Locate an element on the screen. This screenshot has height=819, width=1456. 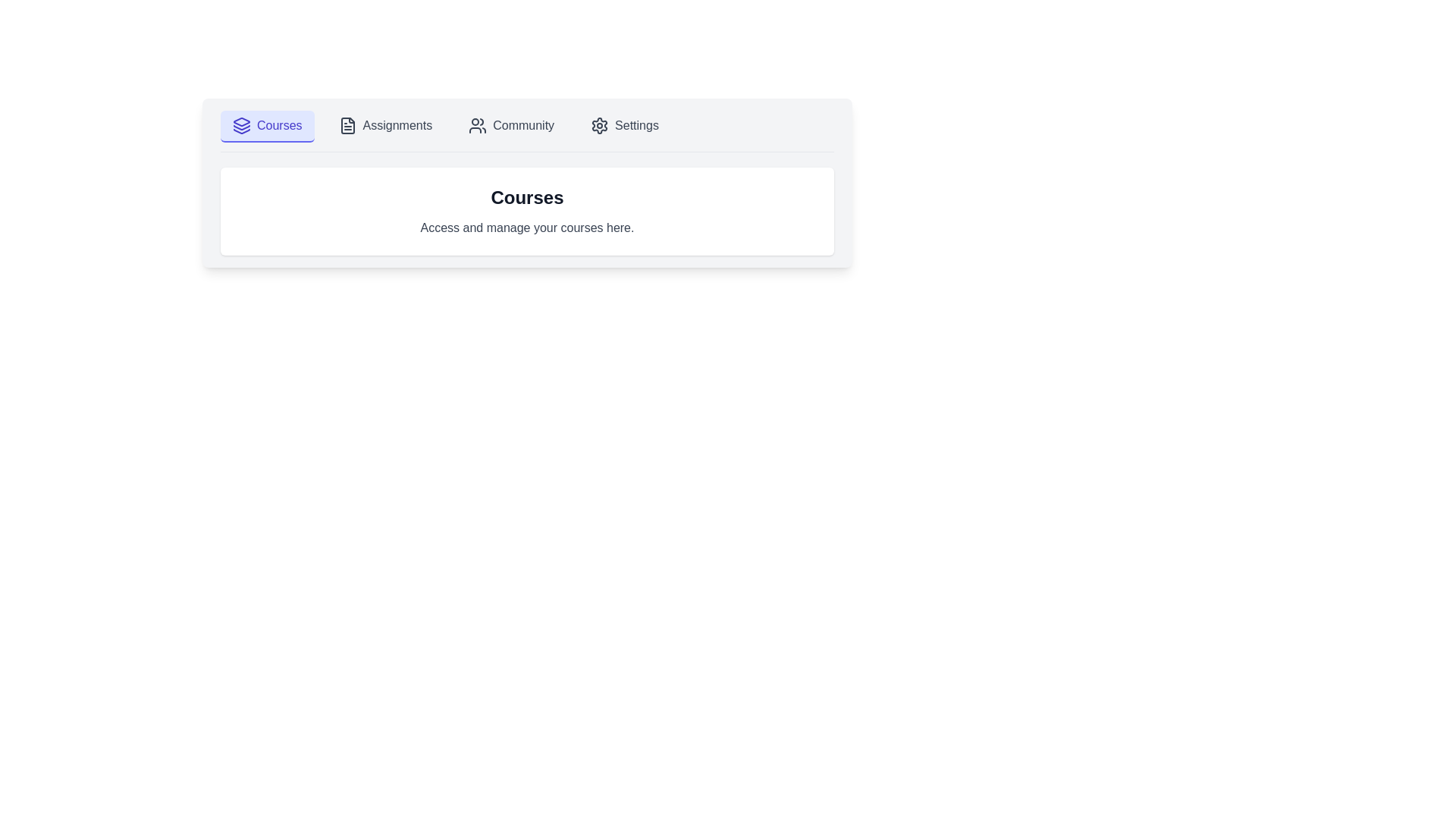
the Settings button in the top right navigation bar is located at coordinates (625, 125).